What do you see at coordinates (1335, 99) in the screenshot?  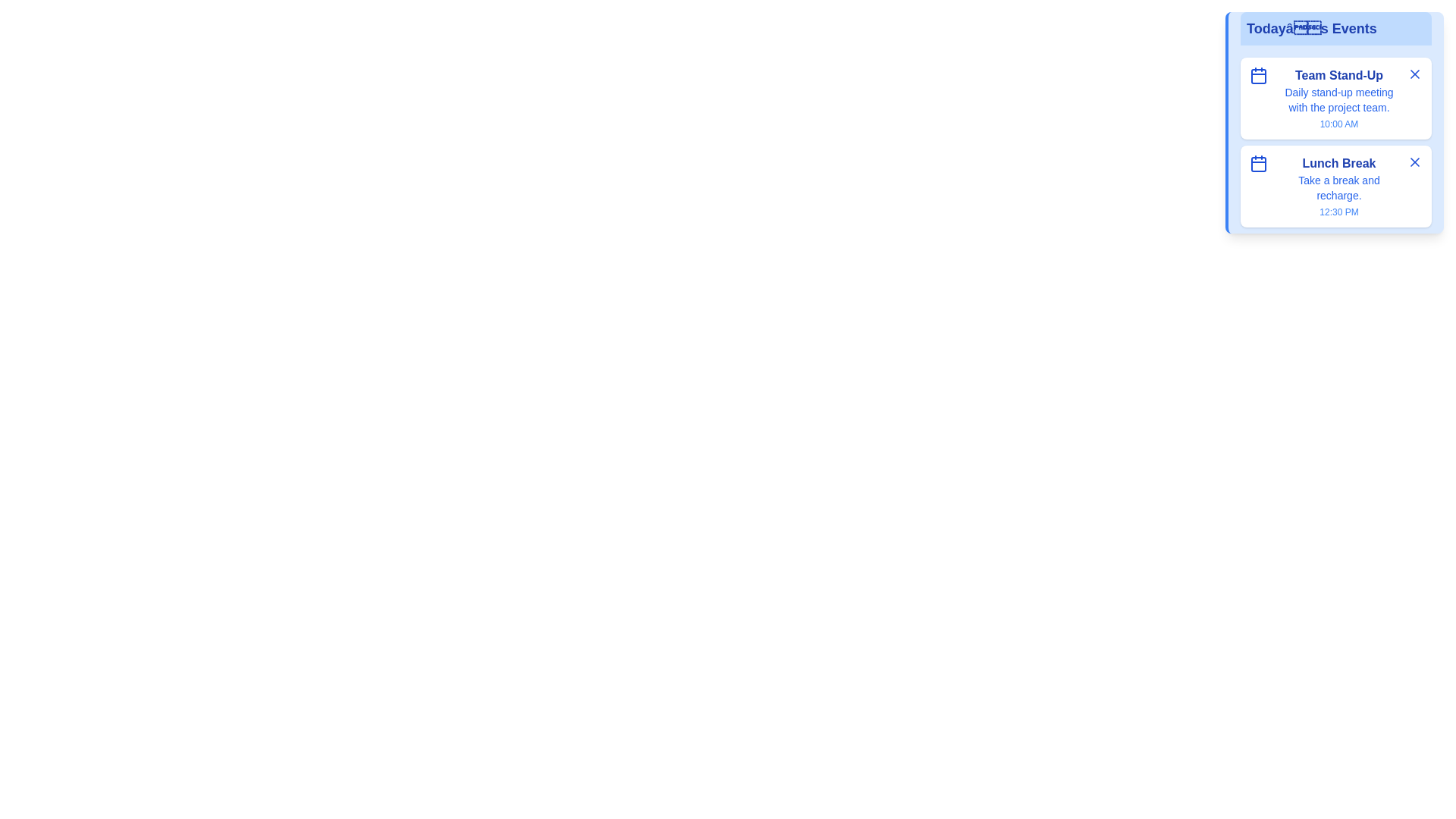 I see `the event titled 'Team Stand-Up' to observe hover effects` at bounding box center [1335, 99].